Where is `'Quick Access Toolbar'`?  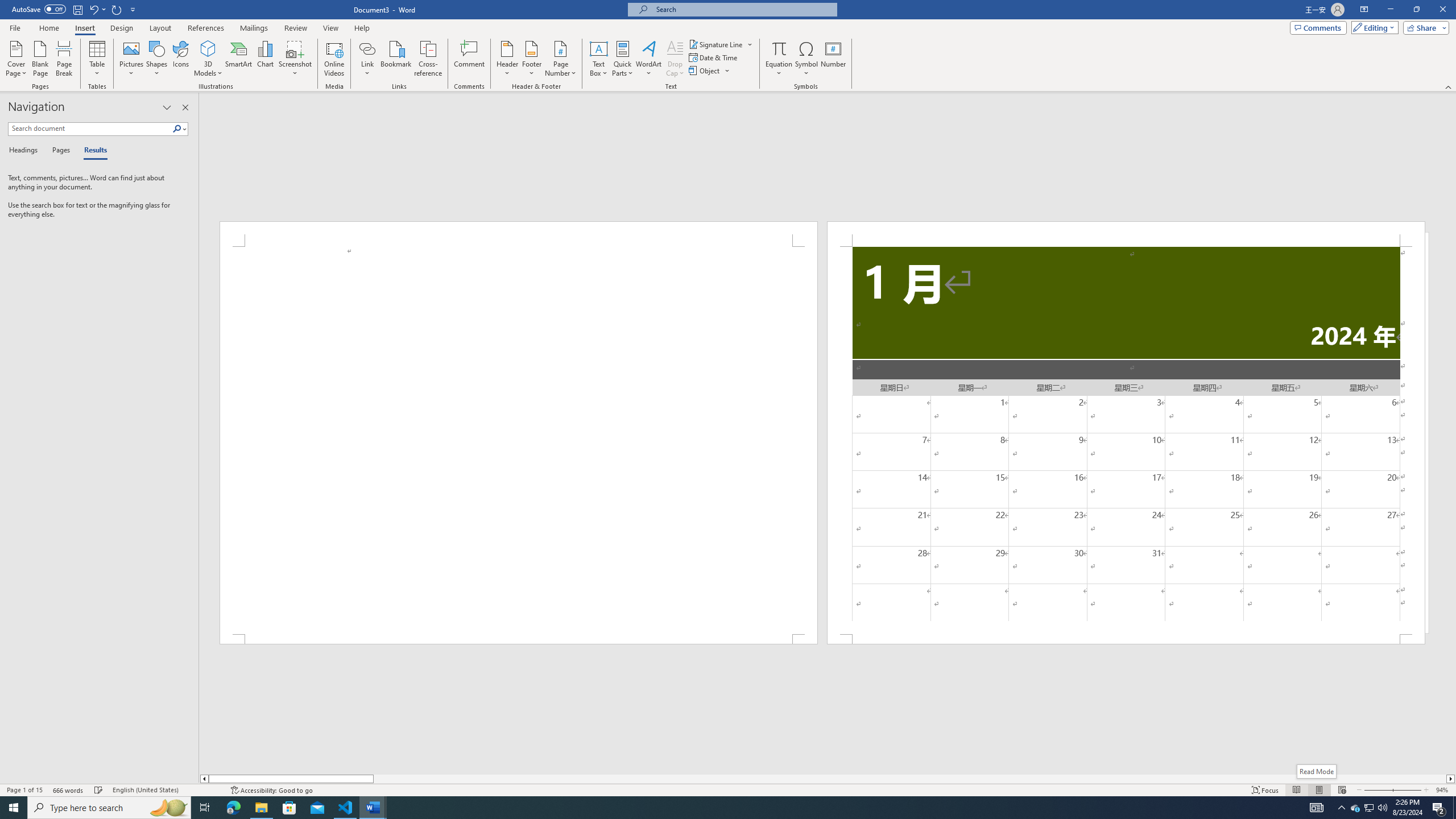 'Quick Access Toolbar' is located at coordinates (74, 9).